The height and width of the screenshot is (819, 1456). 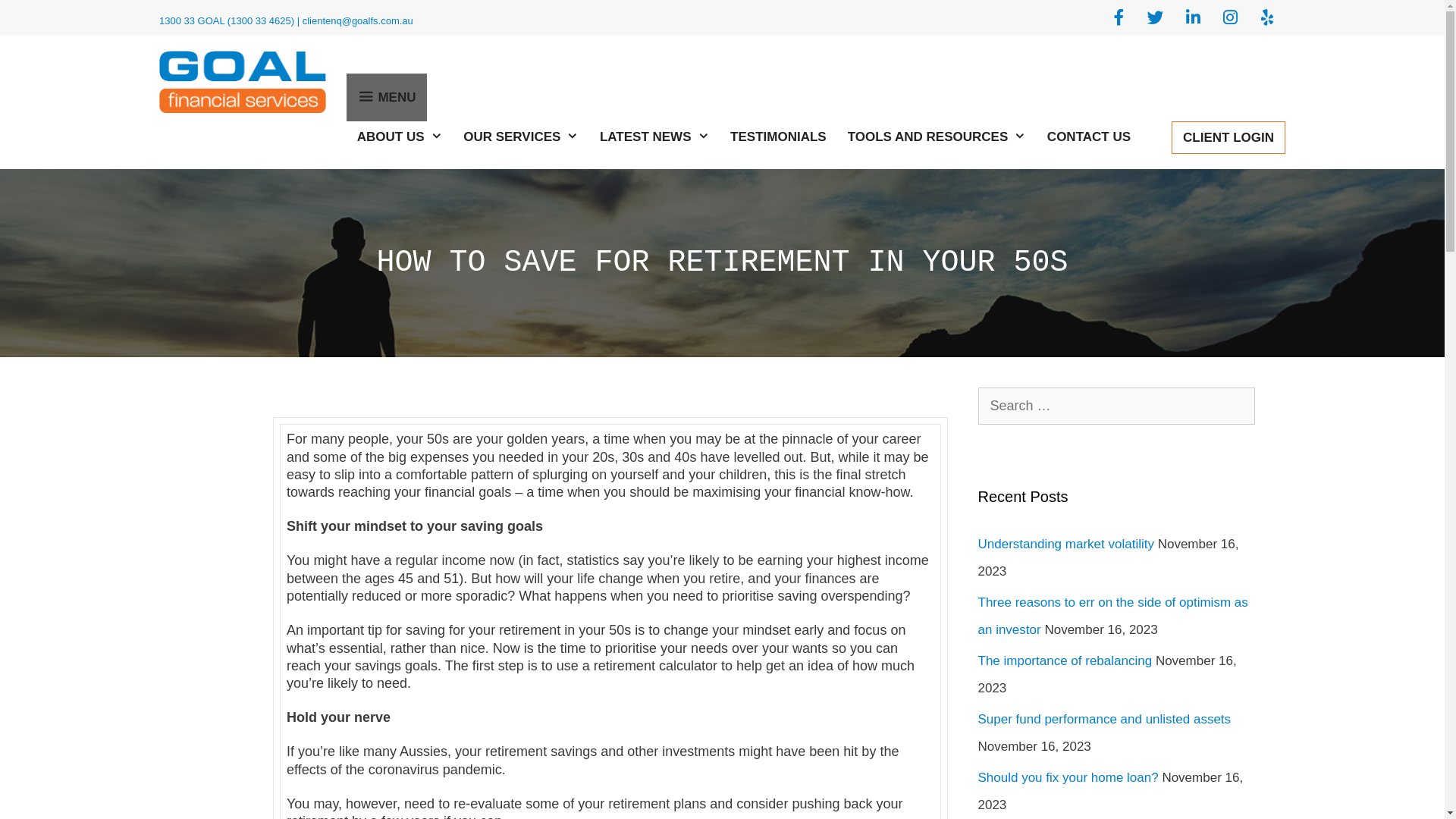 What do you see at coordinates (345, 136) in the screenshot?
I see `'ABOUT US'` at bounding box center [345, 136].